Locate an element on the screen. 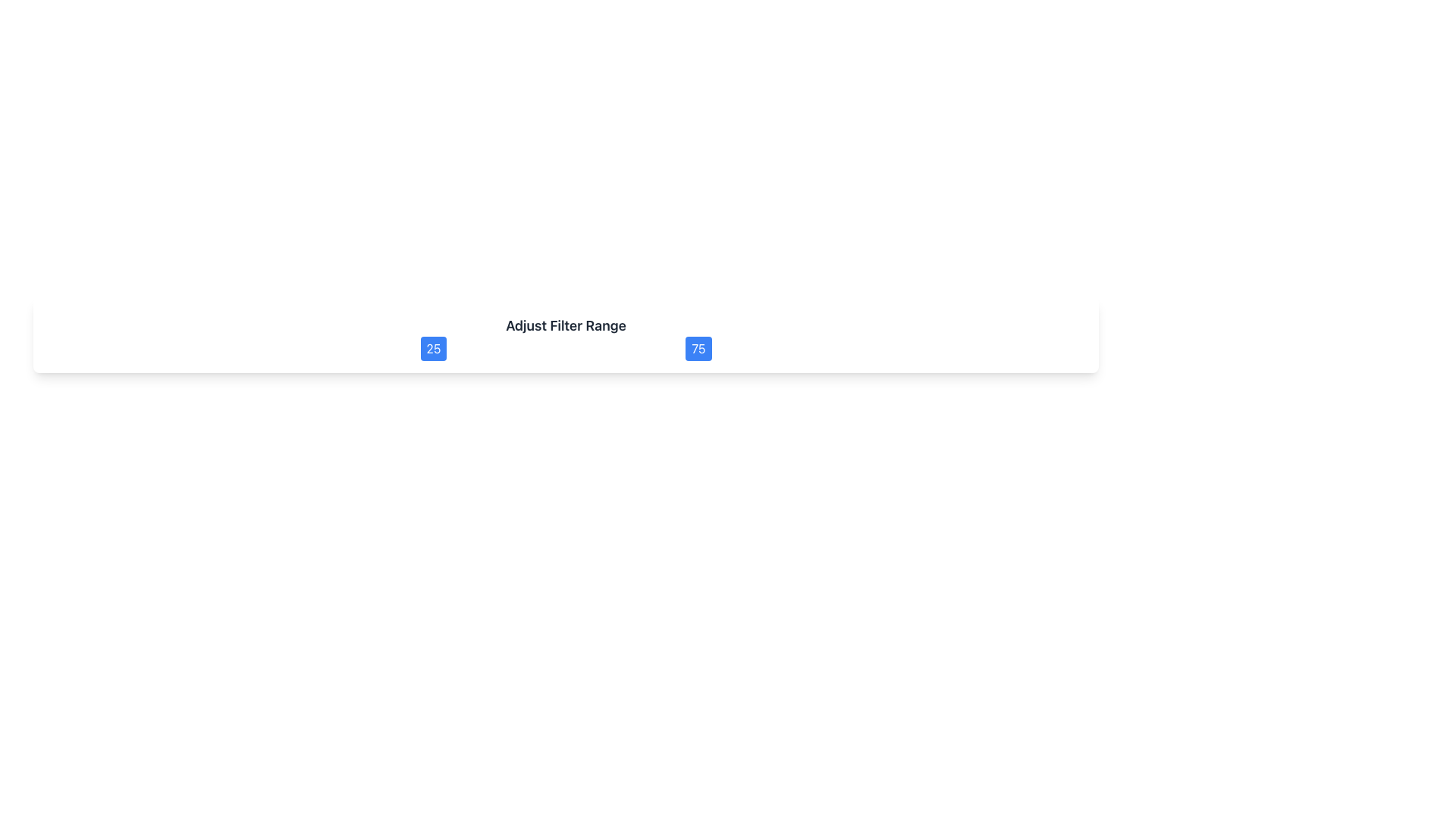 The height and width of the screenshot is (819, 1456). the Slider Track located between the values '25' and '75' in the interface is located at coordinates (615, 356).